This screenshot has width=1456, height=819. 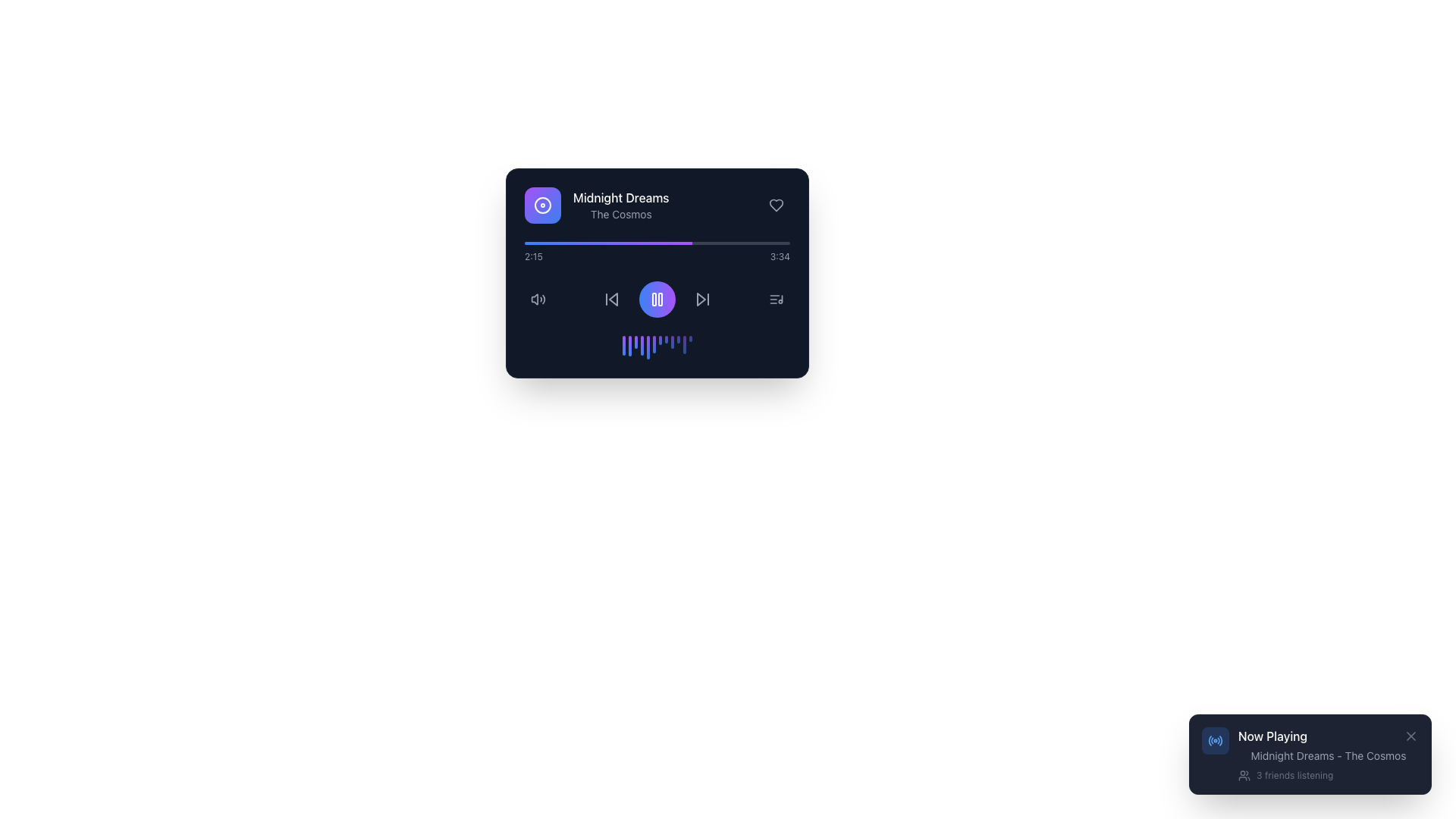 What do you see at coordinates (1294, 775) in the screenshot?
I see `the text label displaying '3 friends listening' located in the bottom-right corner of the dark-themed popup under the 'Now Playing' section` at bounding box center [1294, 775].